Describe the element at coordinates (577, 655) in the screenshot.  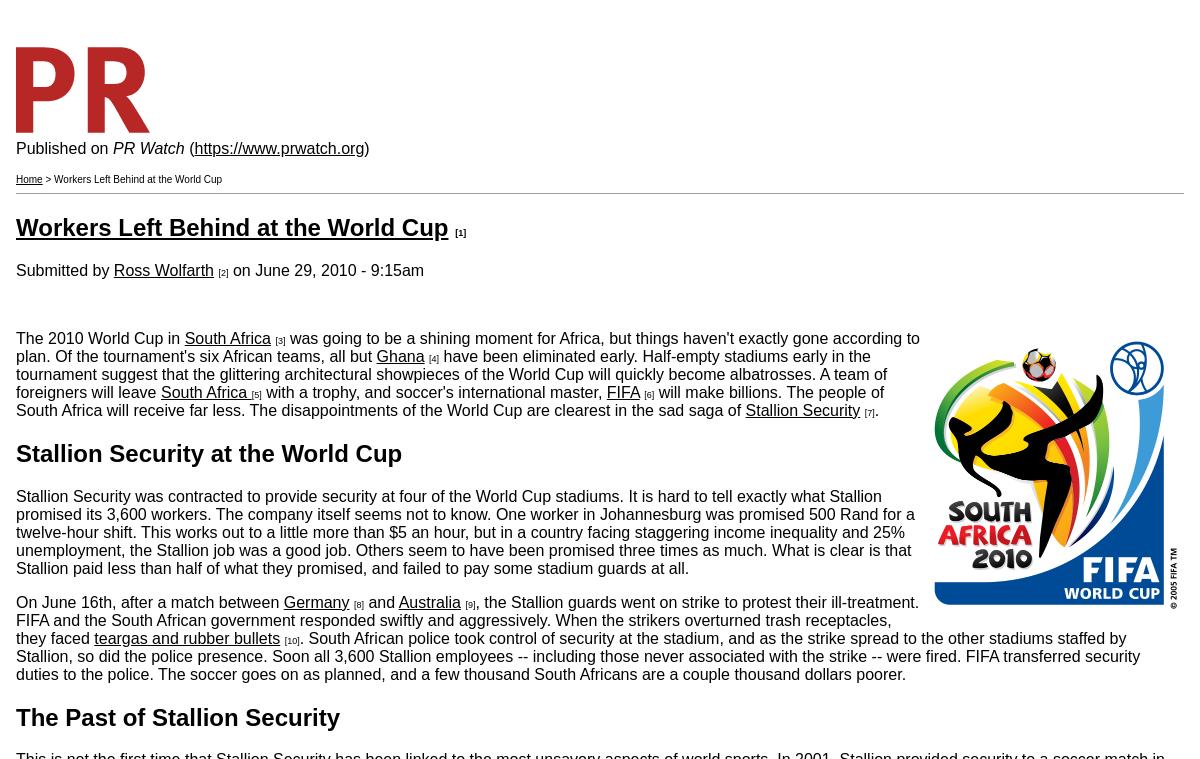
I see `'. South African police took control of security at the stadium, and as the strike spread to the other stadiums staffed by Stallion, so did the police presence. Soon all 3,600 Stallion employees -- including those never associated with the strike -- were fired. FIFA transferred security duties to the police. The soccer goes on as planned, and a few thousand South Africans are a couple thousand dollars poorer.'` at that location.